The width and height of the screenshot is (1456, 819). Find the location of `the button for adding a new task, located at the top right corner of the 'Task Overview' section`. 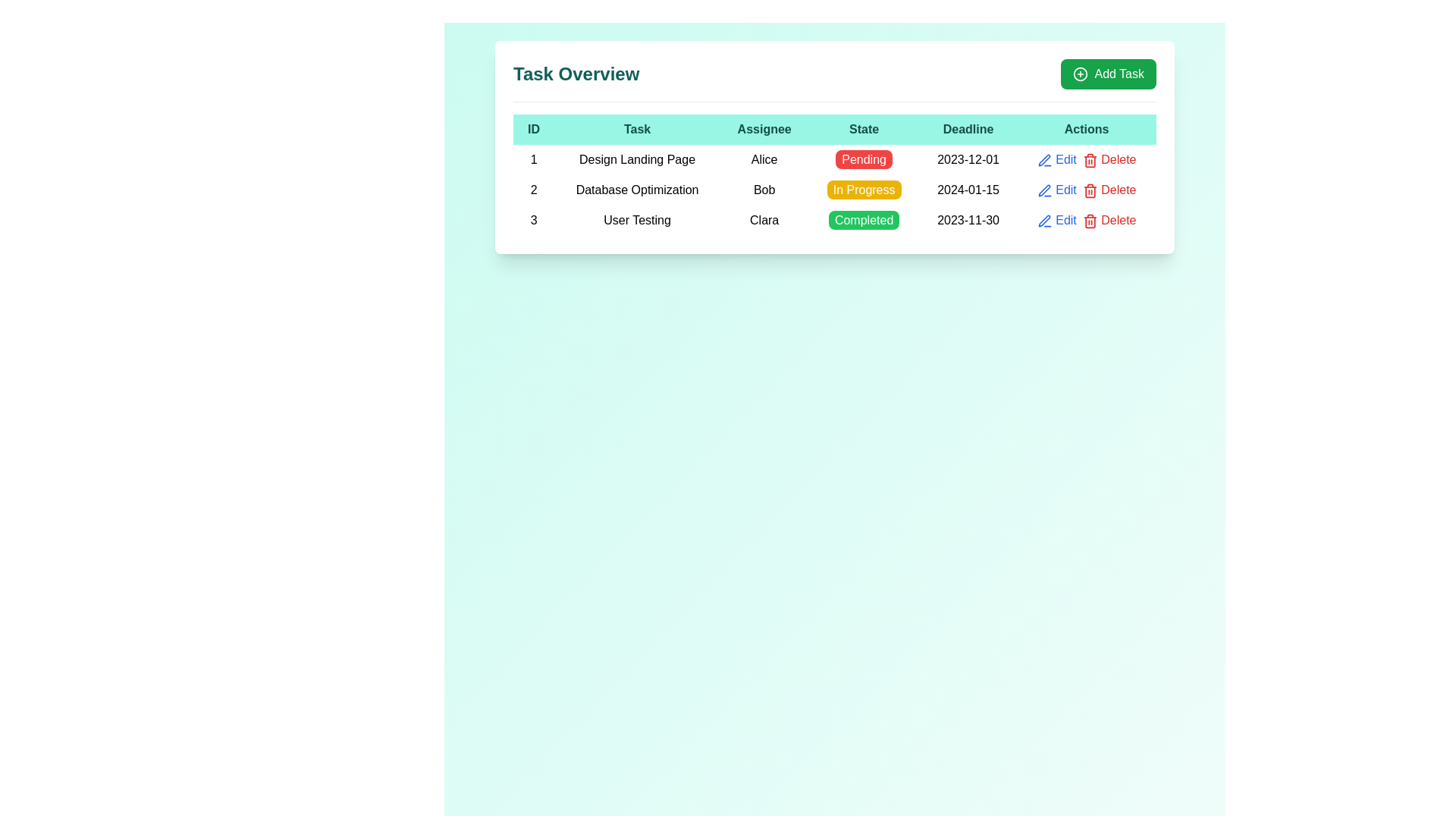

the button for adding a new task, located at the top right corner of the 'Task Overview' section is located at coordinates (1109, 74).